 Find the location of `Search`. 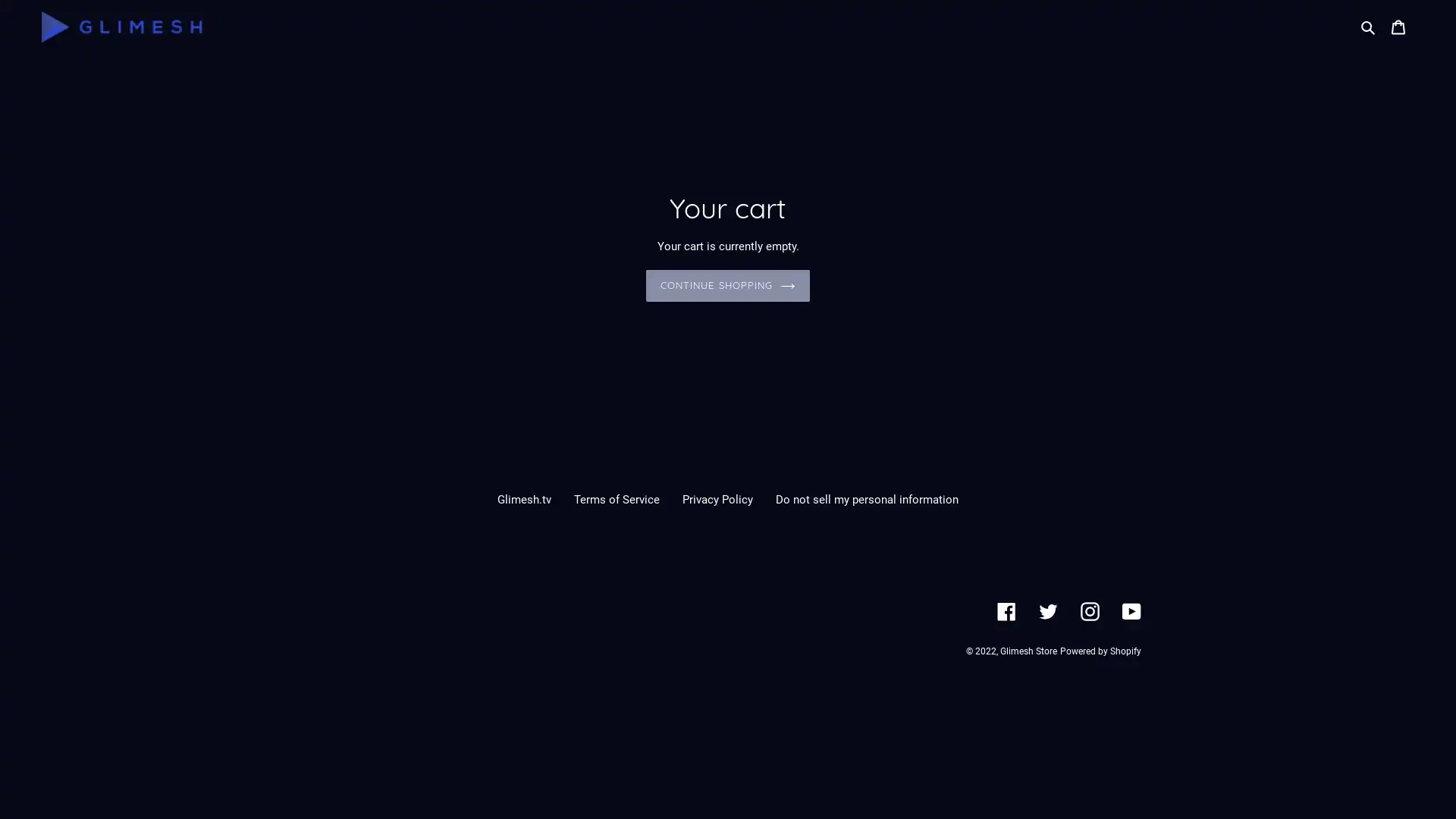

Search is located at coordinates (1369, 26).